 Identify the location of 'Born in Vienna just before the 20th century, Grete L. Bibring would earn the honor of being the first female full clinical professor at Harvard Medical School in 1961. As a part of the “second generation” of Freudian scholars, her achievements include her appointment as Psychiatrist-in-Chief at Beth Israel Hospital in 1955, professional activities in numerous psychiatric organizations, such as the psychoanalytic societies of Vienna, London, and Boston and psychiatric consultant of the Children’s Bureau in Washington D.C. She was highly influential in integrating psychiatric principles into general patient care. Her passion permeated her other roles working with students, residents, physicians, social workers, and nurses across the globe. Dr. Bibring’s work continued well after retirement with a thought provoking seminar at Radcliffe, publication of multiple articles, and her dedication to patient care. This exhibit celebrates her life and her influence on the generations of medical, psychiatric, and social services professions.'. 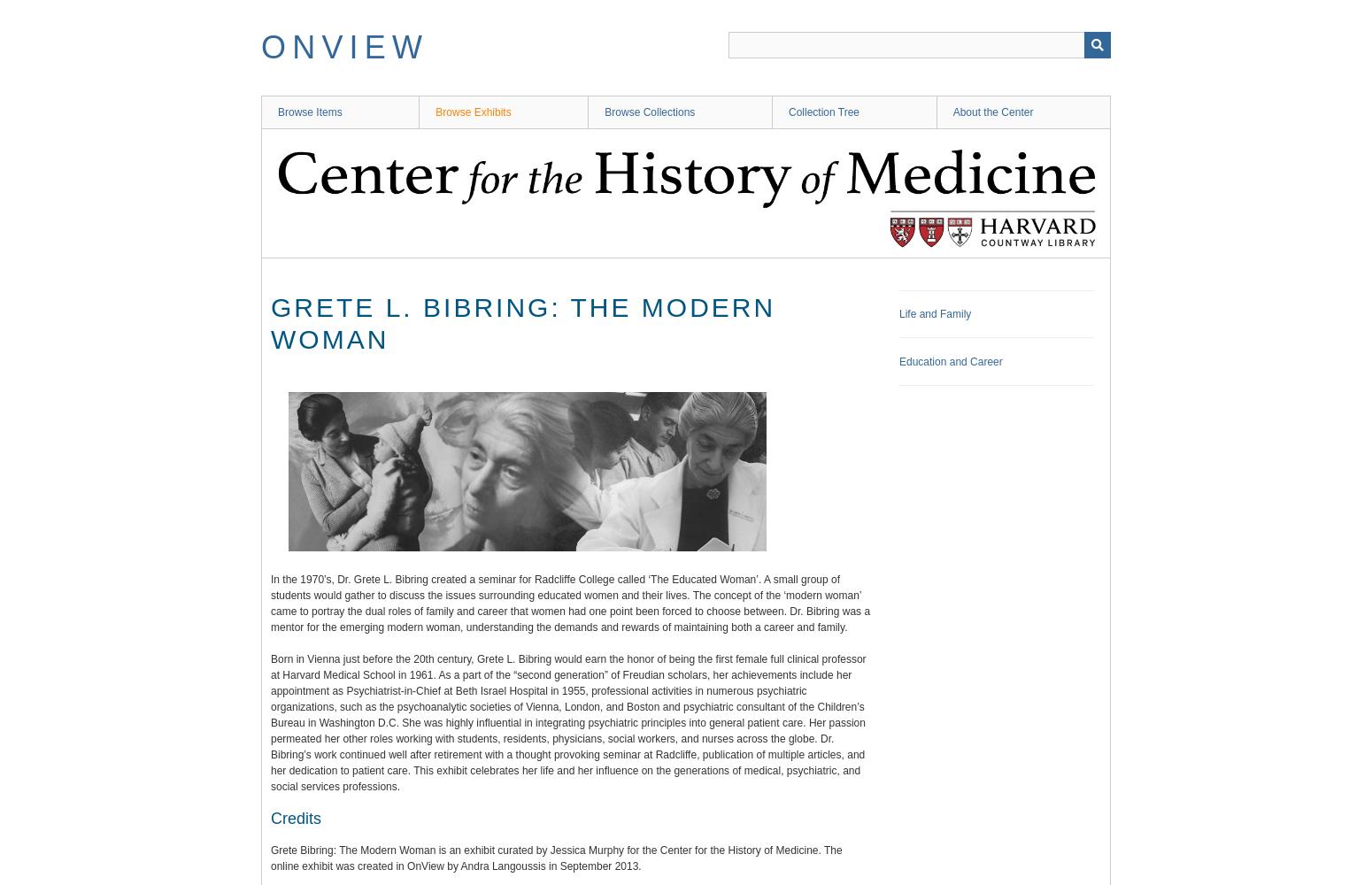
(567, 722).